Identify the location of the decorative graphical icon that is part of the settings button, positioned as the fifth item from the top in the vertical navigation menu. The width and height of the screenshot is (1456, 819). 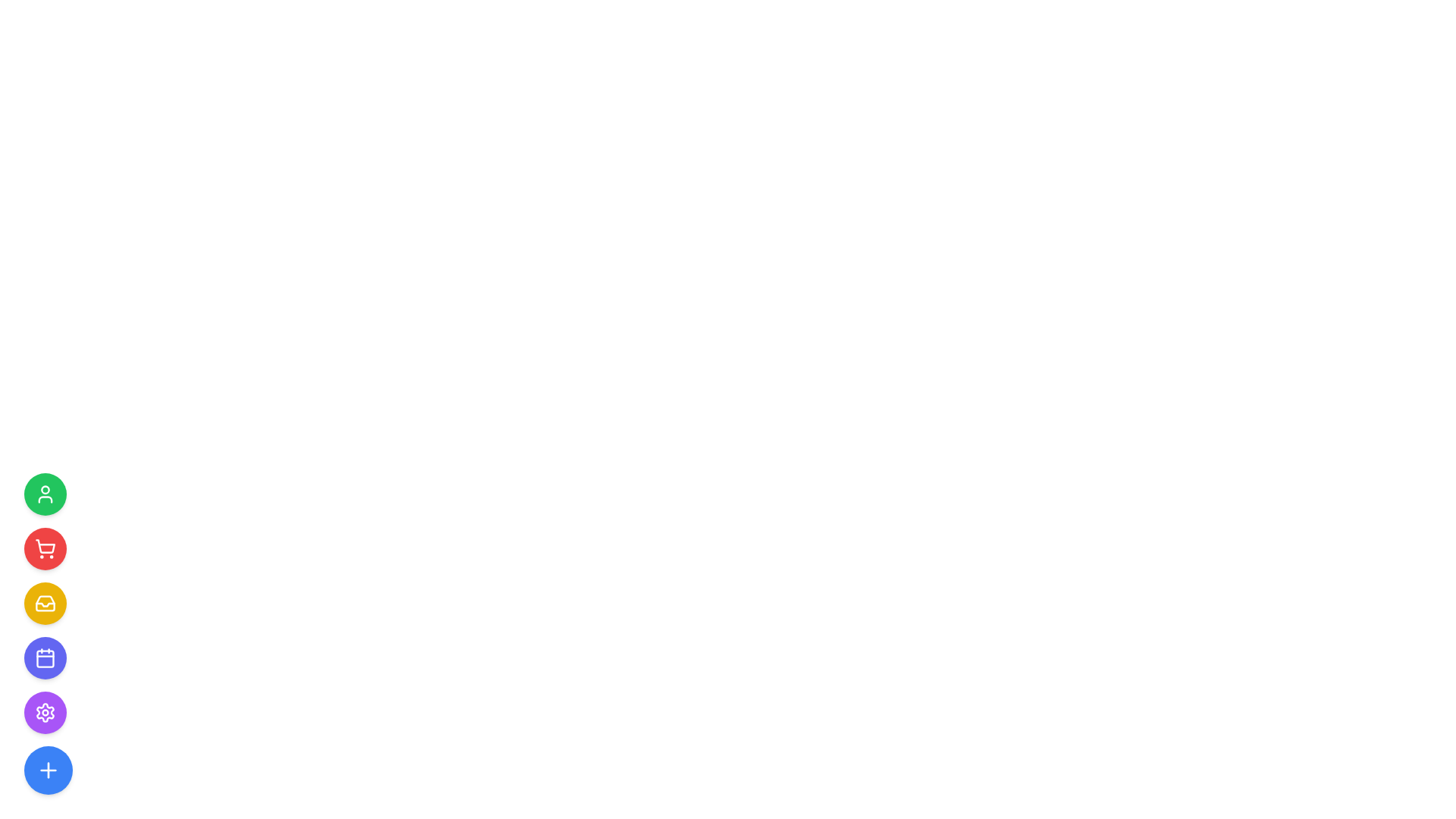
(45, 713).